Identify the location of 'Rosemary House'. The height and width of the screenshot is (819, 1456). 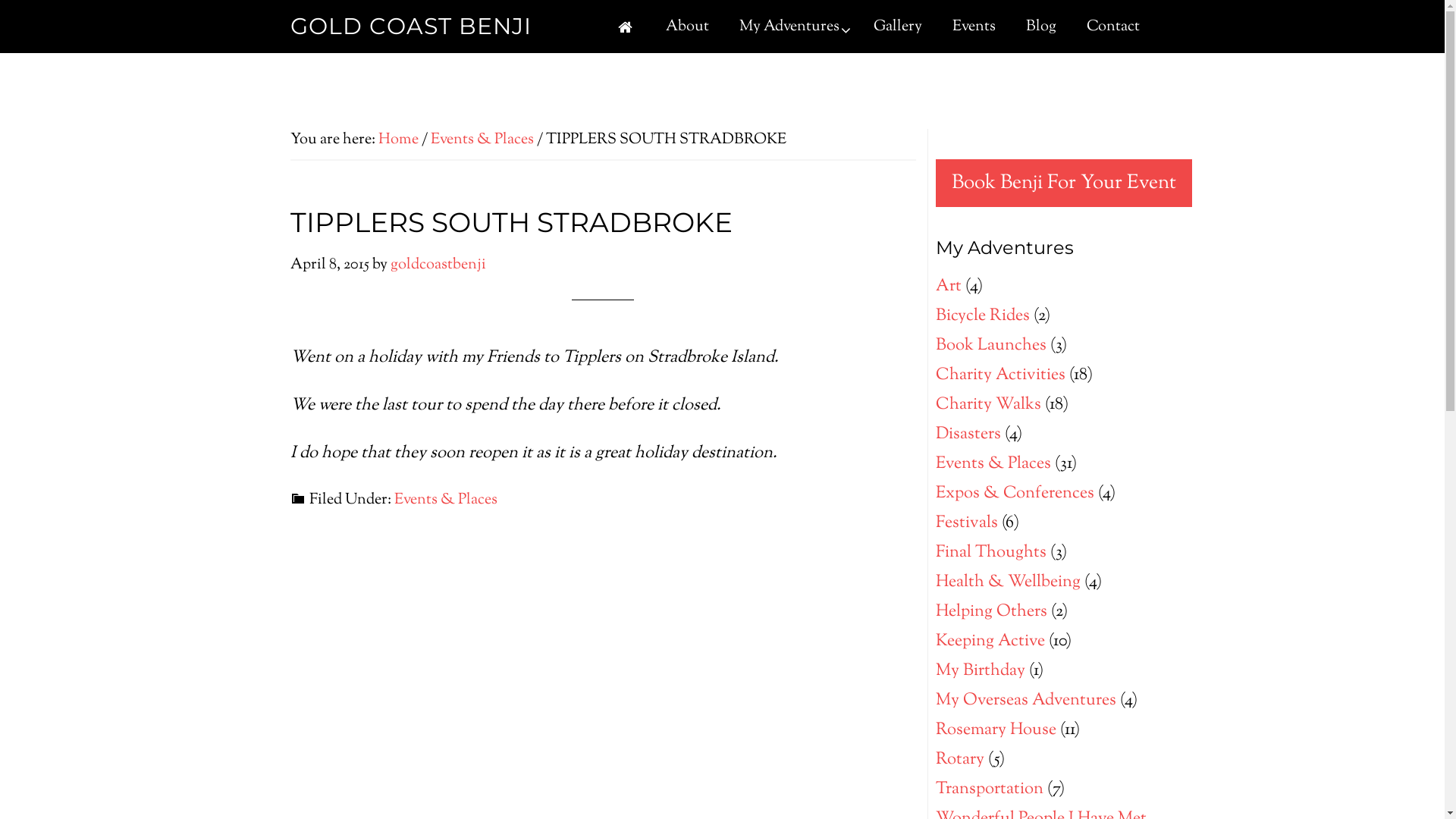
(996, 730).